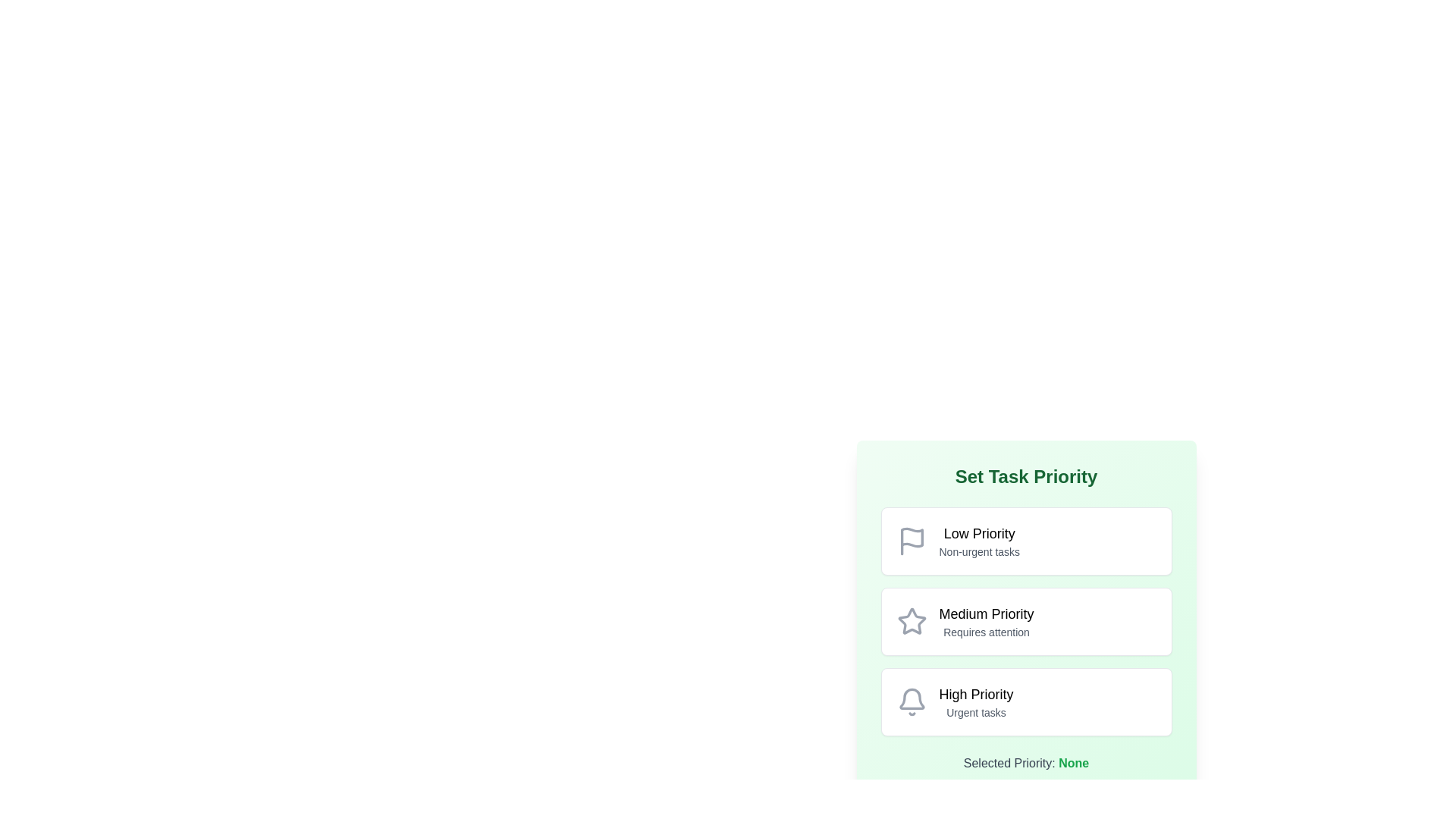 The width and height of the screenshot is (1456, 819). What do you see at coordinates (979, 533) in the screenshot?
I see `the 'Low Priority' text label located at the top of the 'Set Task Priority' list, which is within the first box of the list` at bounding box center [979, 533].